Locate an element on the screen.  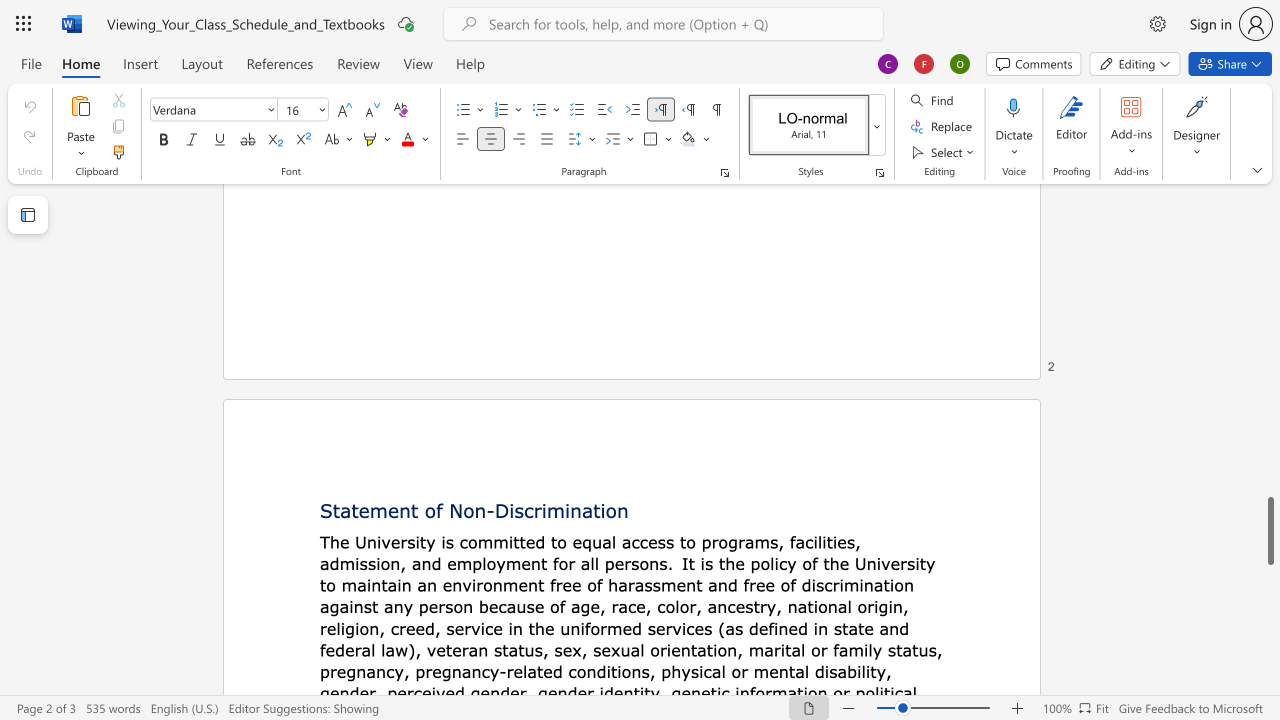
the scrollbar on the right is located at coordinates (1269, 400).